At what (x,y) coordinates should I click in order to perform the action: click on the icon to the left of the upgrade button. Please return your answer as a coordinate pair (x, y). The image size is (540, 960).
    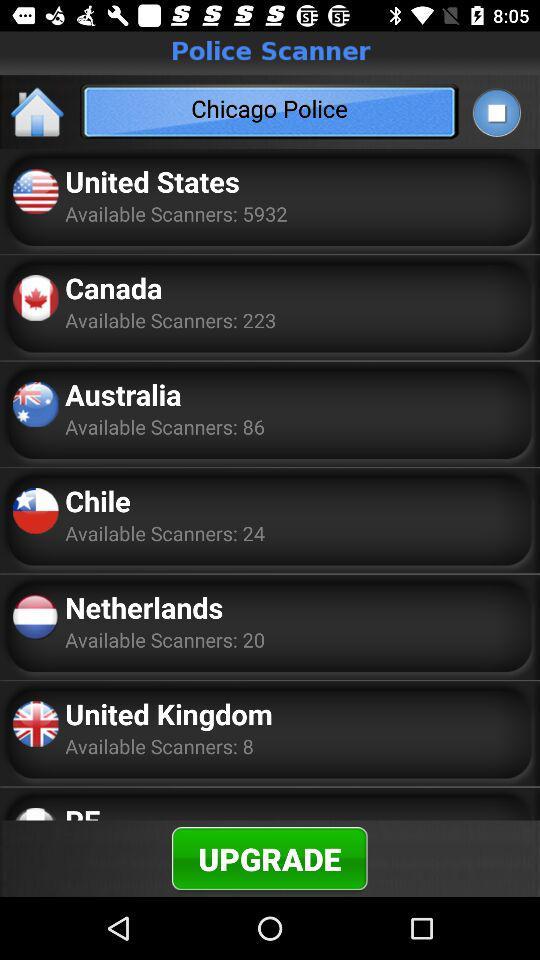
    Looking at the image, I should click on (81, 810).